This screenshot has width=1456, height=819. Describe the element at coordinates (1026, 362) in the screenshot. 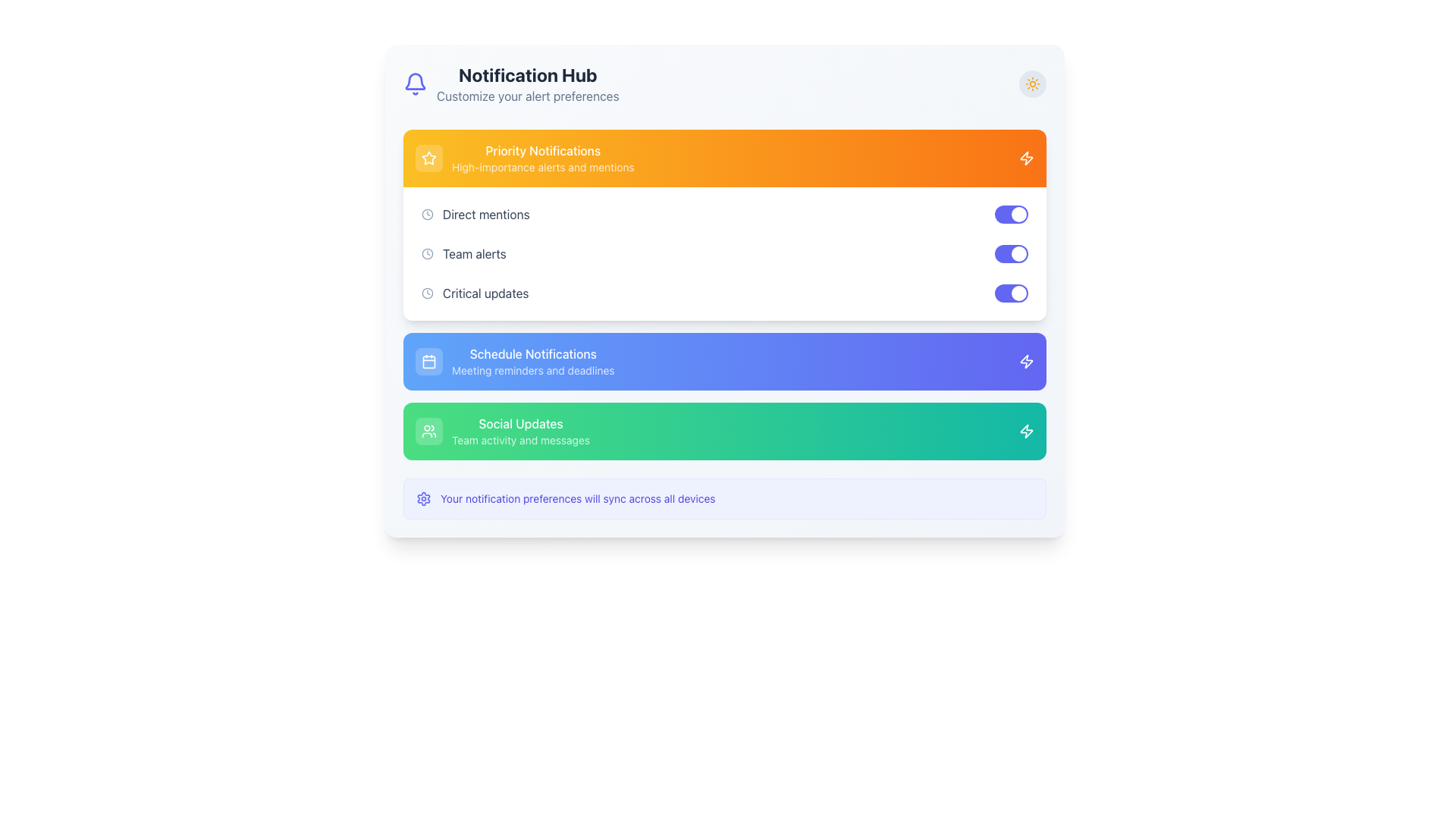

I see `the icon associated with 'Schedule Notifications'` at that location.